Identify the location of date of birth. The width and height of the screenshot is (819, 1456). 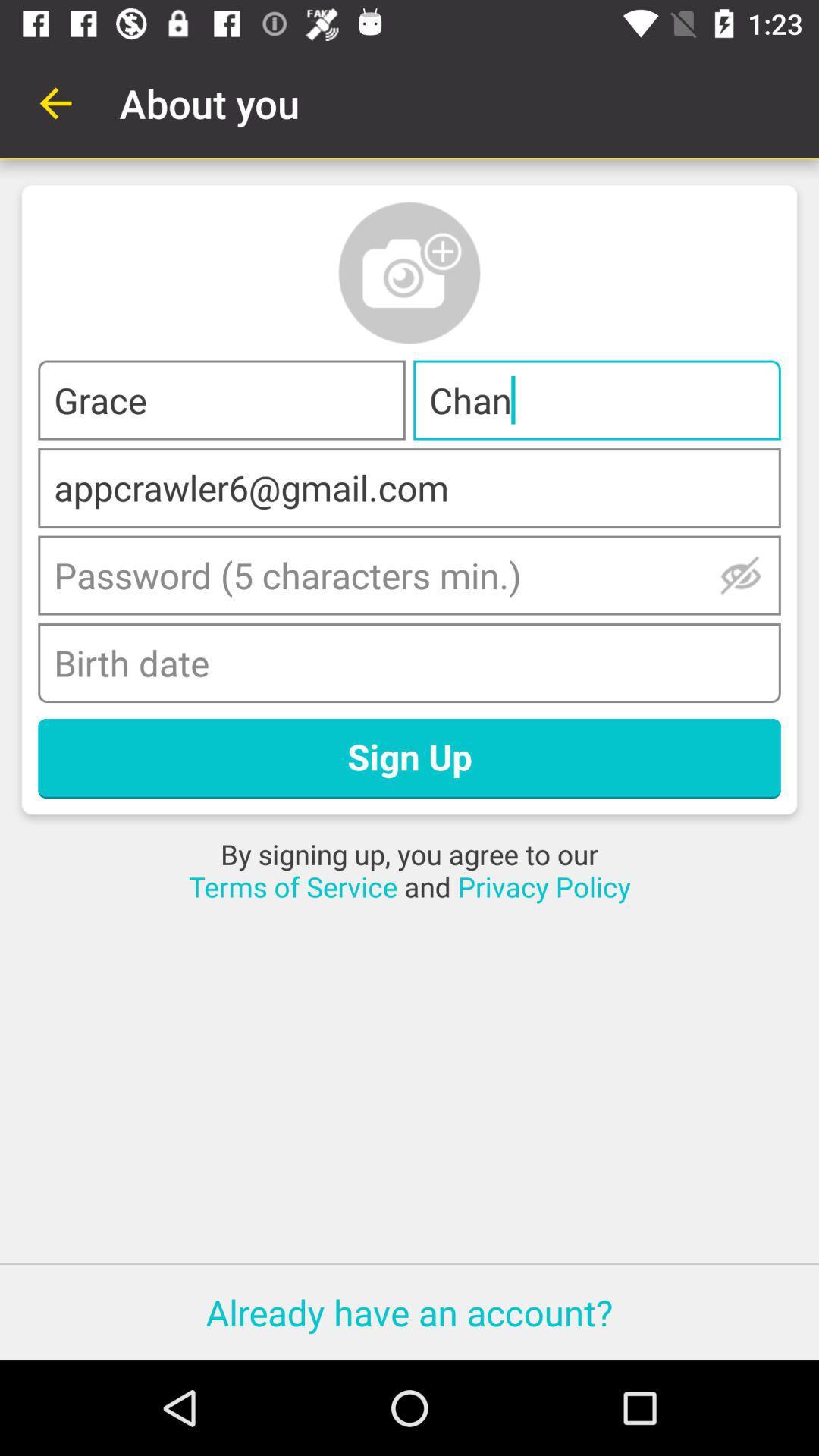
(409, 663).